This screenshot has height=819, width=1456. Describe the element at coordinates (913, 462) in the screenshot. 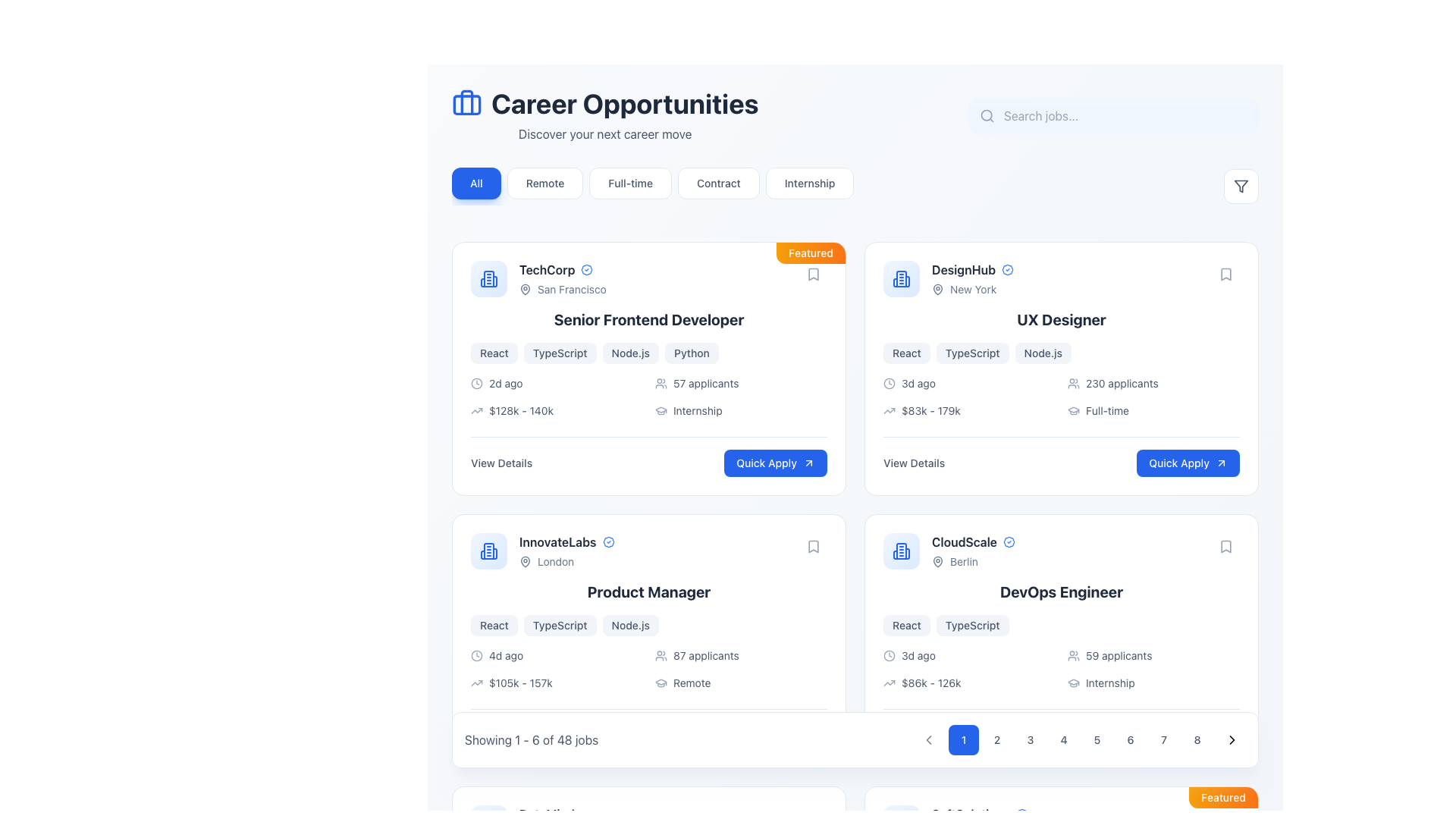

I see `the link located in the lower left section of the job posting card titled 'UX Designer', positioned near the 'Quick Apply' button and below the salary information to activate the hover effect` at that location.